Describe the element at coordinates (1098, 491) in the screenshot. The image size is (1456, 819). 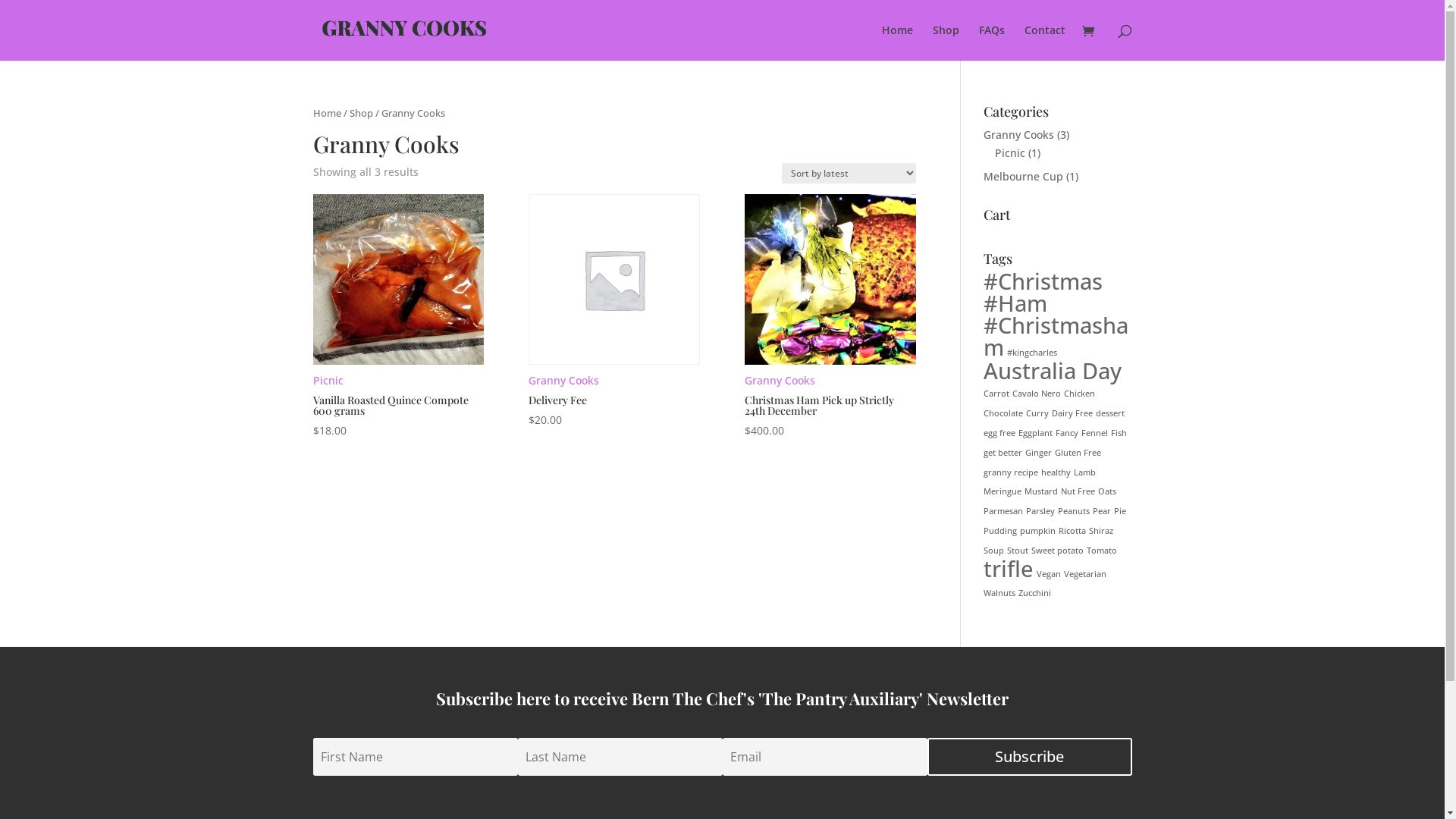
I see `'Oats'` at that location.